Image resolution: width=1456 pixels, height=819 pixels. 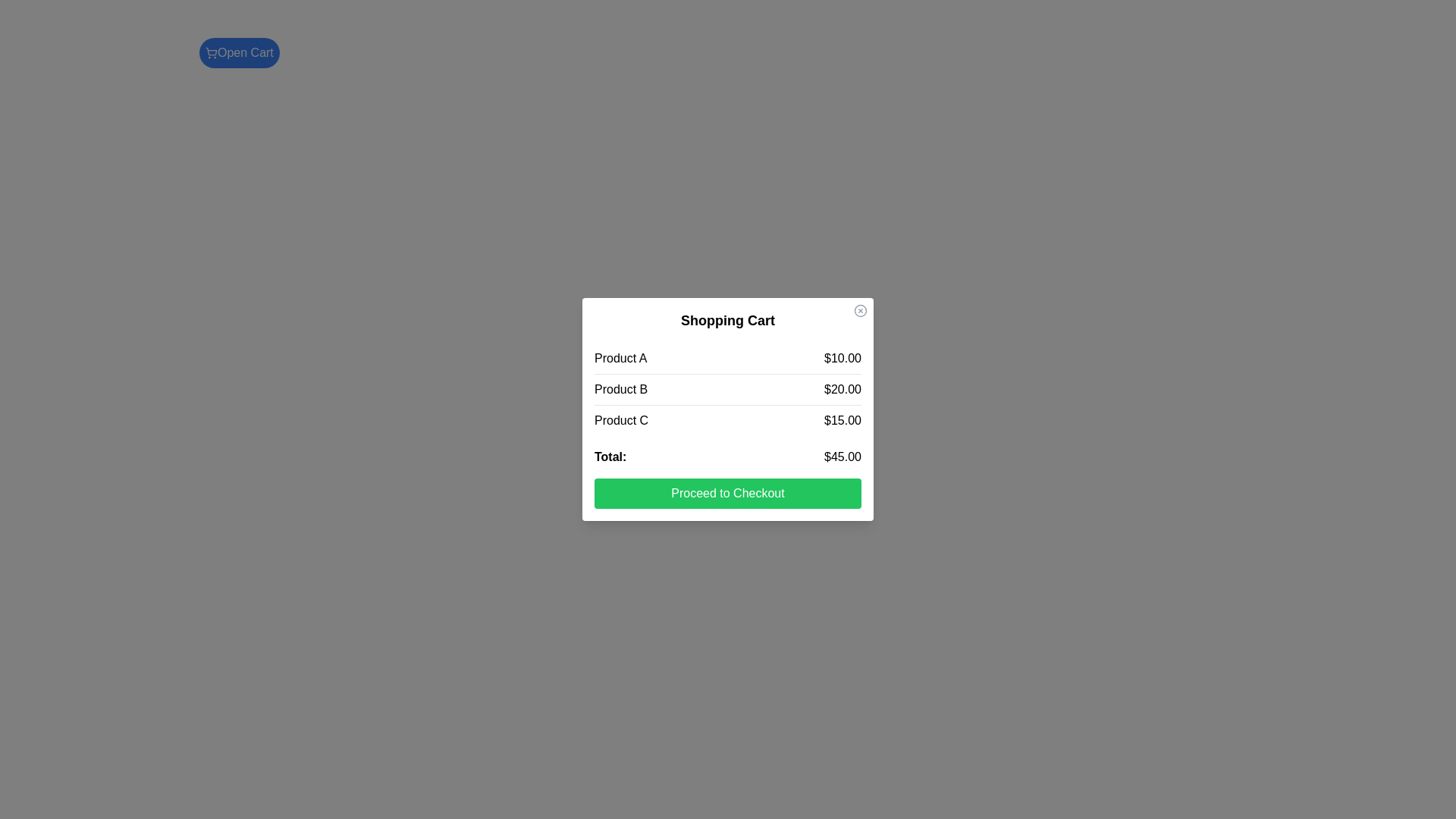 What do you see at coordinates (842, 421) in the screenshot?
I see `the price text label for 'Product C' in the shopping cart interface, located in the third row and near the bottom-right corner of the modal` at bounding box center [842, 421].